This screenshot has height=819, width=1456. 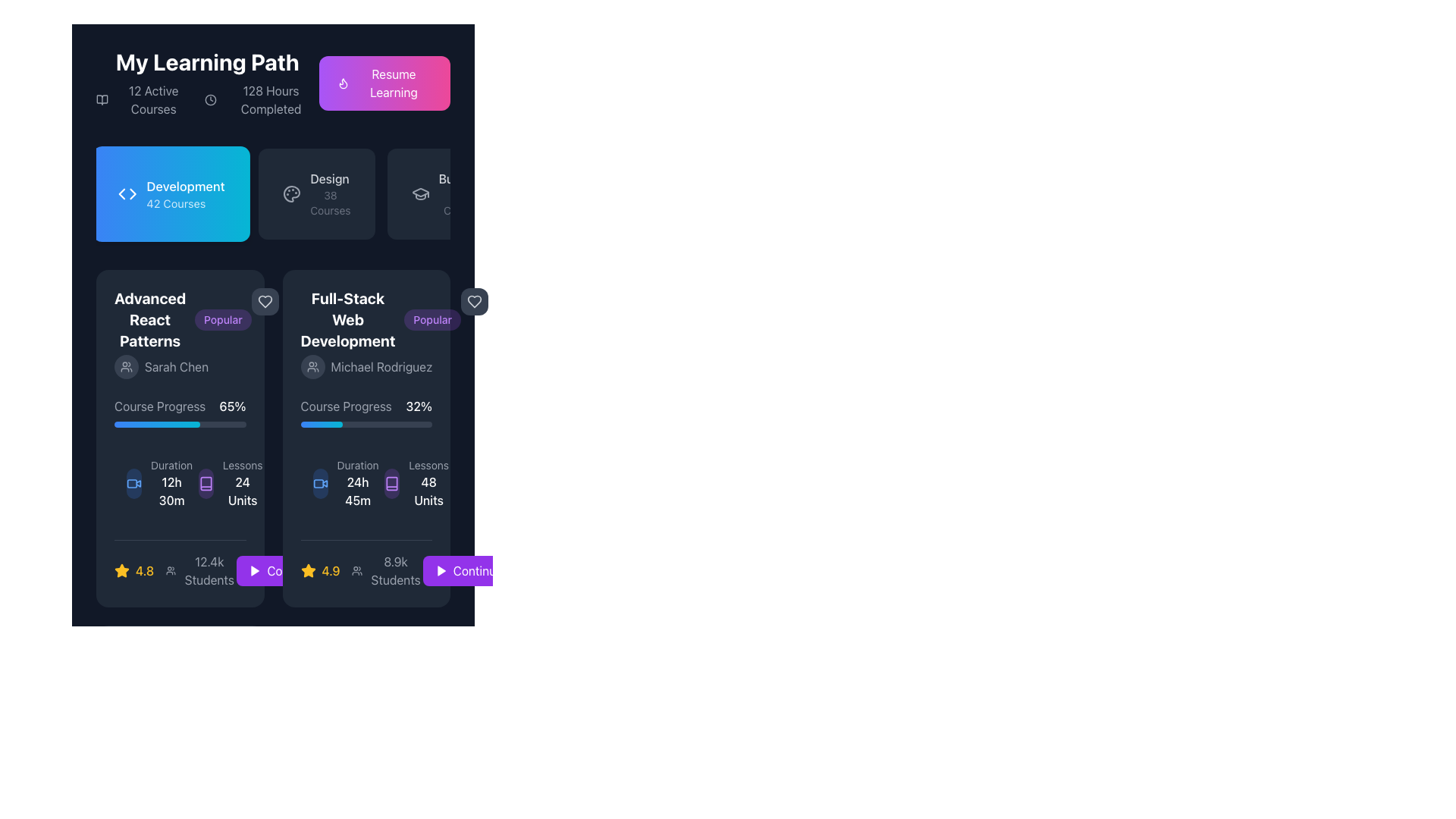 I want to click on the text '32%' displayed in white color on a dark background, indicating course progress, located on the right side of a card layout under 'Course Progress', so click(x=419, y=406).